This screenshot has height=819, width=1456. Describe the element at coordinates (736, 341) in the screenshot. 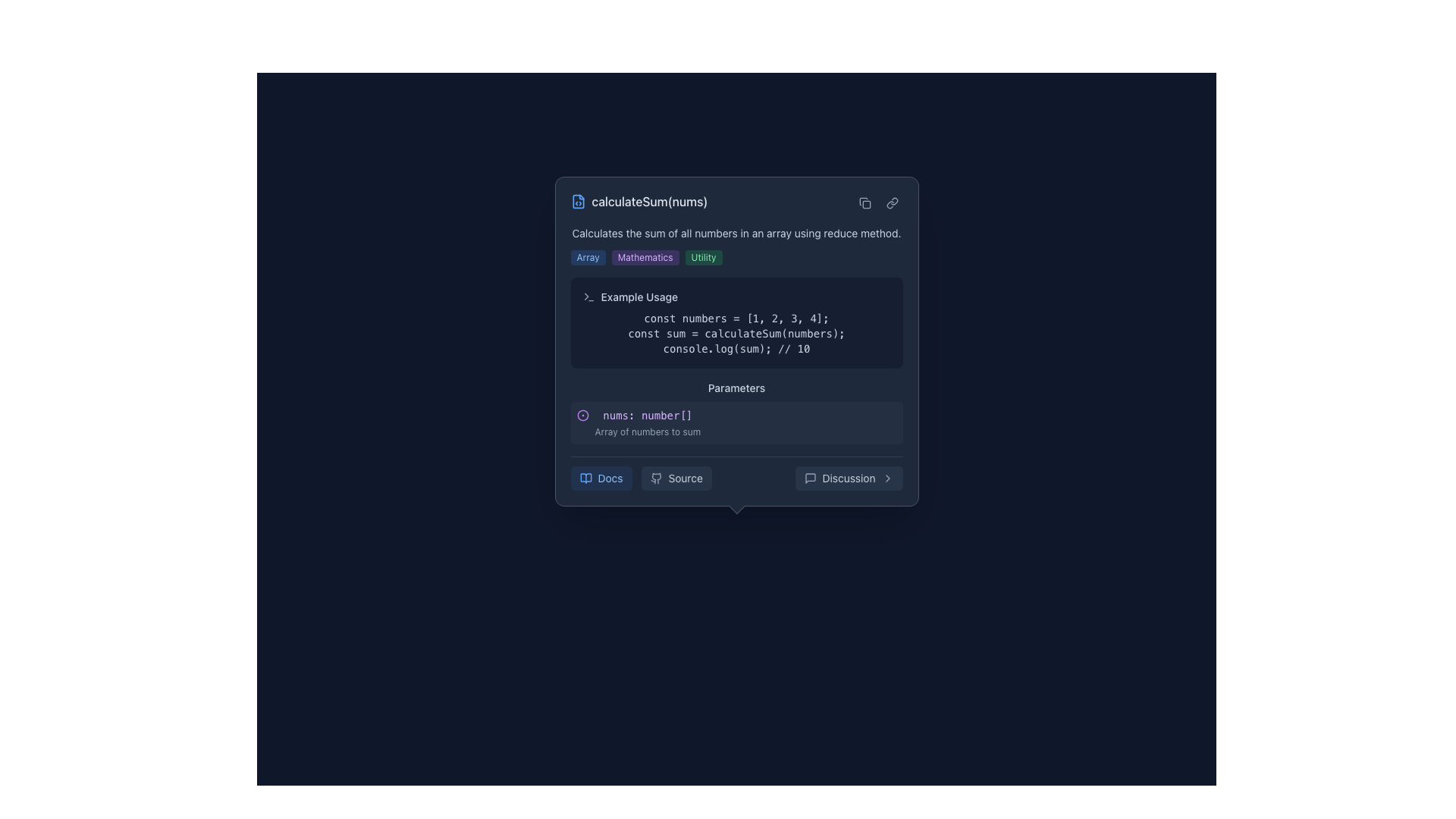

I see `the information modal that displays function details, including usage, parameters, and resources` at that location.